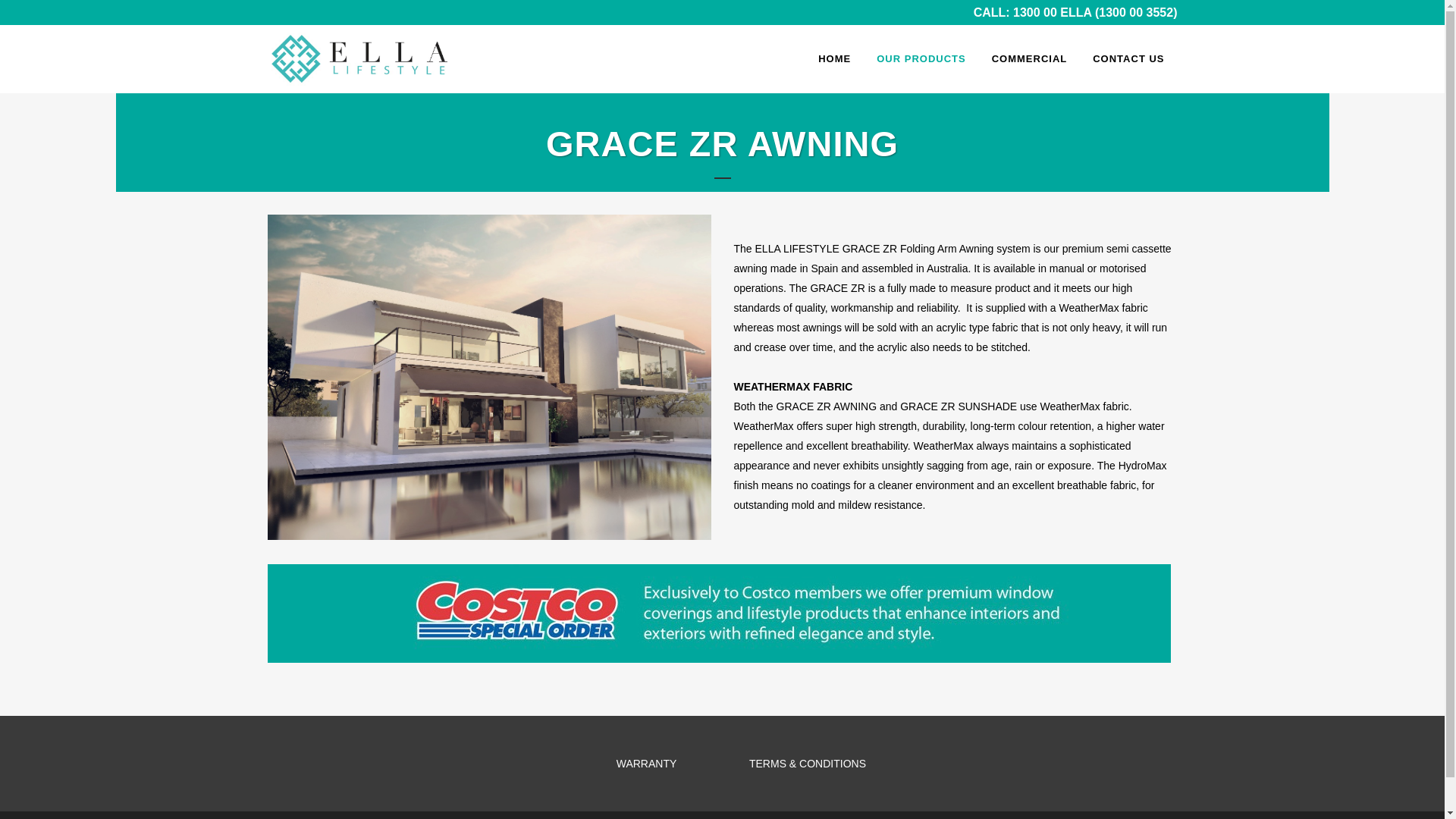 This screenshot has width=1456, height=819. Describe the element at coordinates (833, 58) in the screenshot. I see `'HOME'` at that location.